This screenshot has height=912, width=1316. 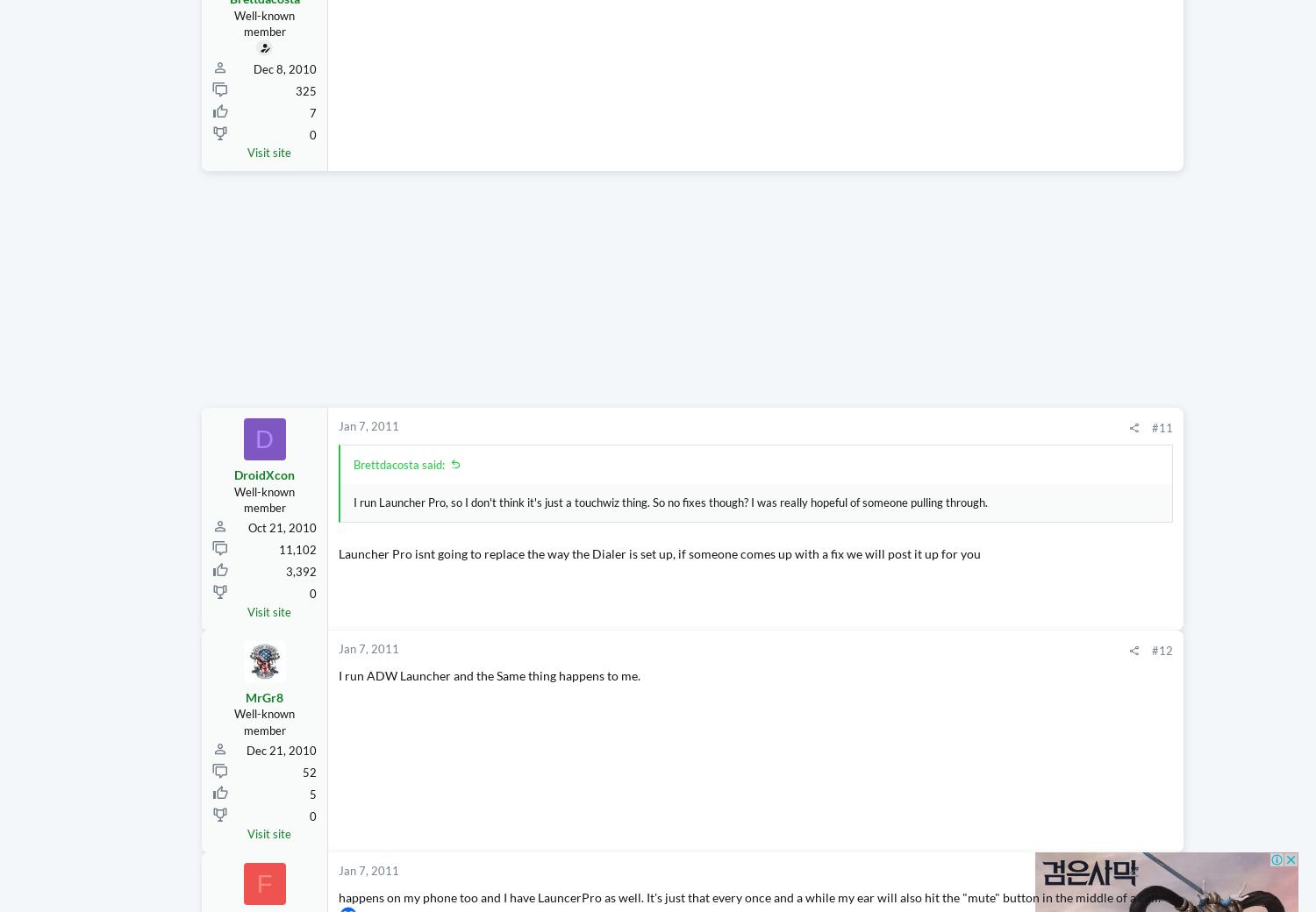 What do you see at coordinates (659, 586) in the screenshot?
I see `'Launcher Pro isnt going to replace the way the Dialer is set up, if someone comes up with a fix we will post it up for you'` at bounding box center [659, 586].